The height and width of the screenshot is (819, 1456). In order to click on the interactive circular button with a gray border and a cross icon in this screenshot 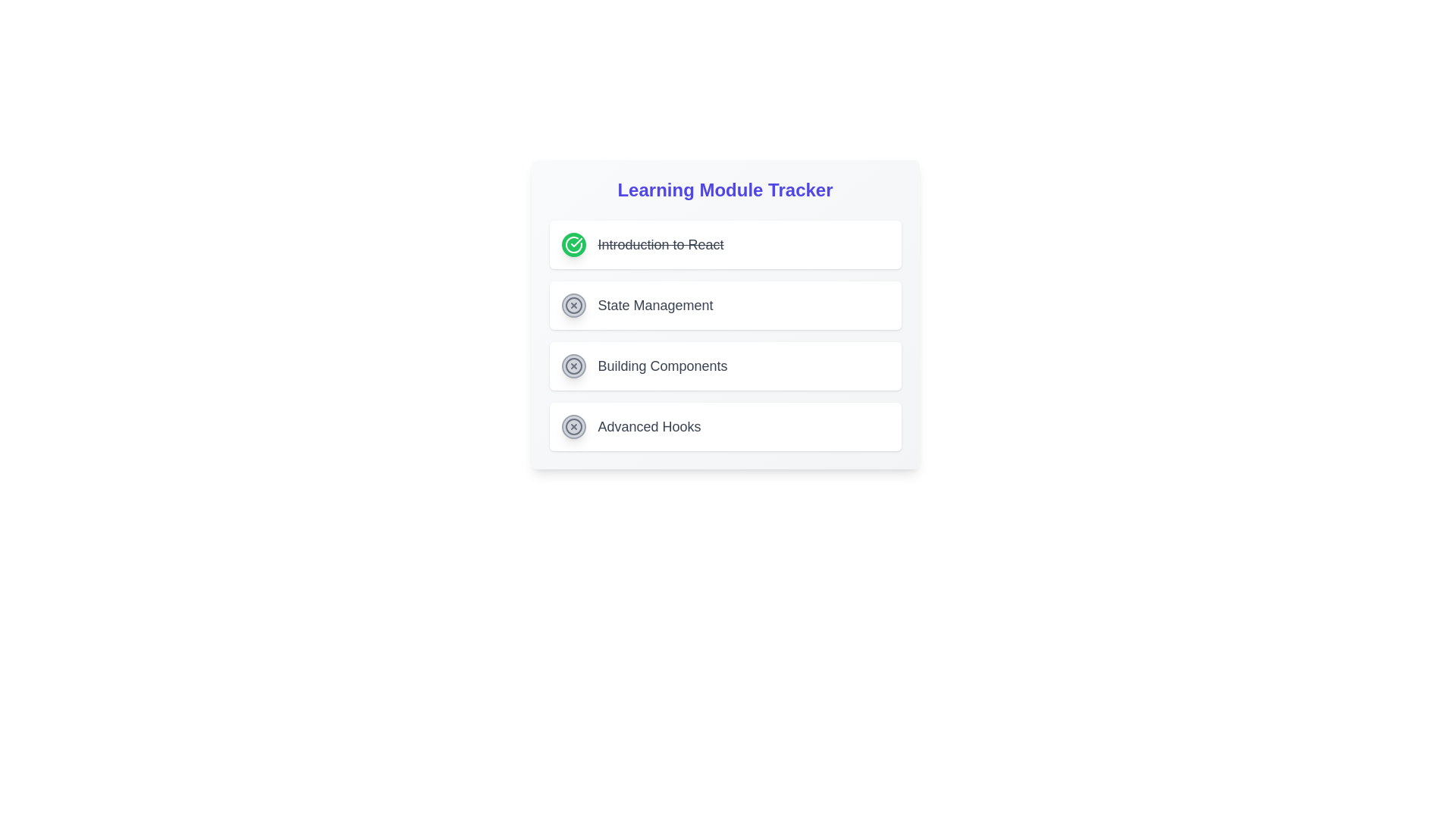, I will do `click(573, 366)`.